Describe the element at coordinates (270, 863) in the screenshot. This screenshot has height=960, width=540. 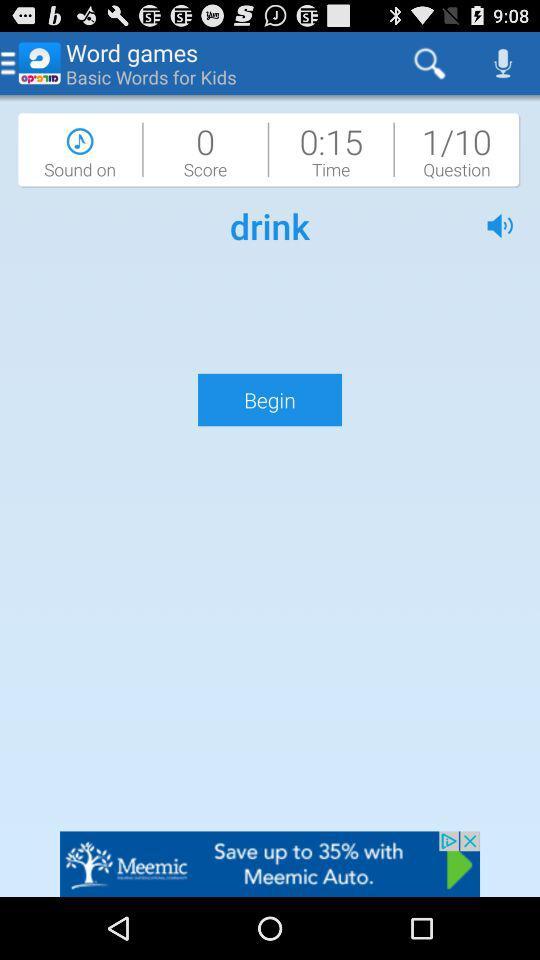
I see `advertisement` at that location.